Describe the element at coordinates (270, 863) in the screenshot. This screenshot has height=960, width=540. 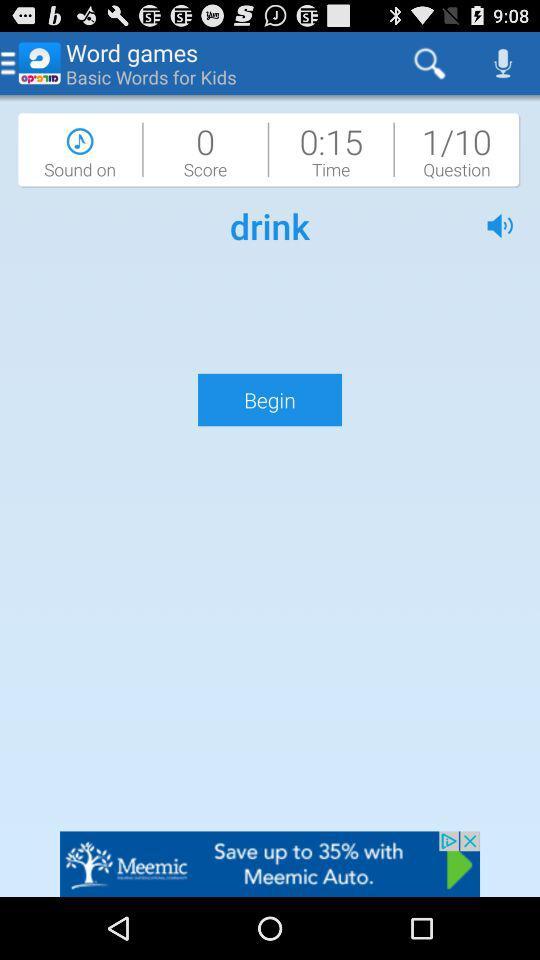
I see `advertisement` at that location.